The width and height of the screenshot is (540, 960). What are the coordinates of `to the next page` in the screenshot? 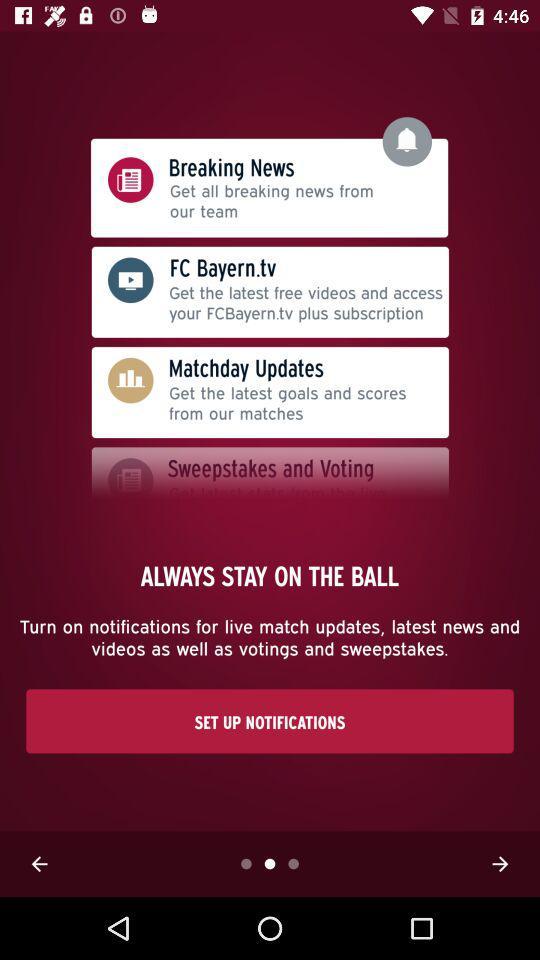 It's located at (499, 863).